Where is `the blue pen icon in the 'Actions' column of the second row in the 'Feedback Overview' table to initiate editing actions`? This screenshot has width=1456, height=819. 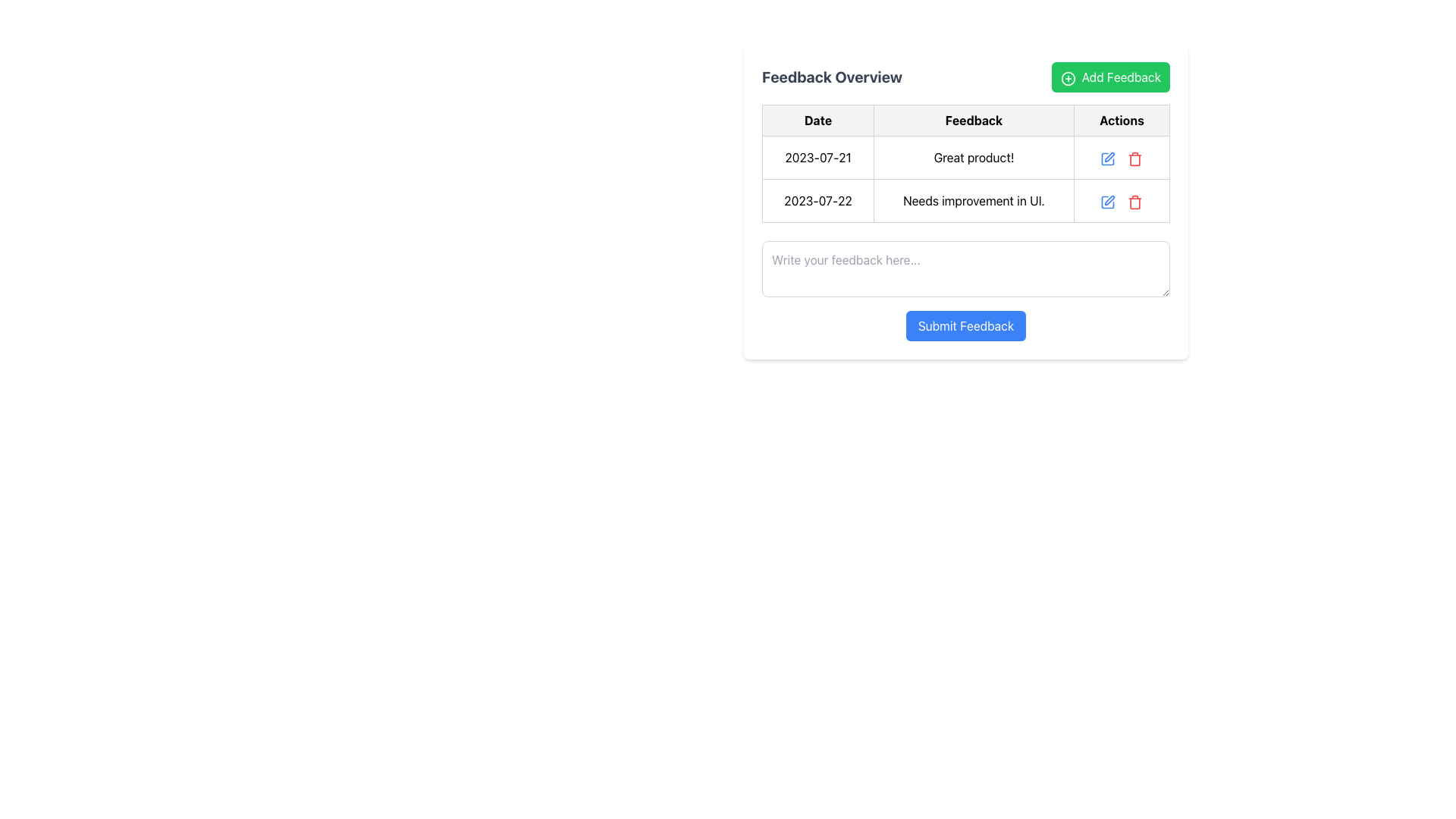 the blue pen icon in the 'Actions' column of the second row in the 'Feedback Overview' table to initiate editing actions is located at coordinates (1108, 201).